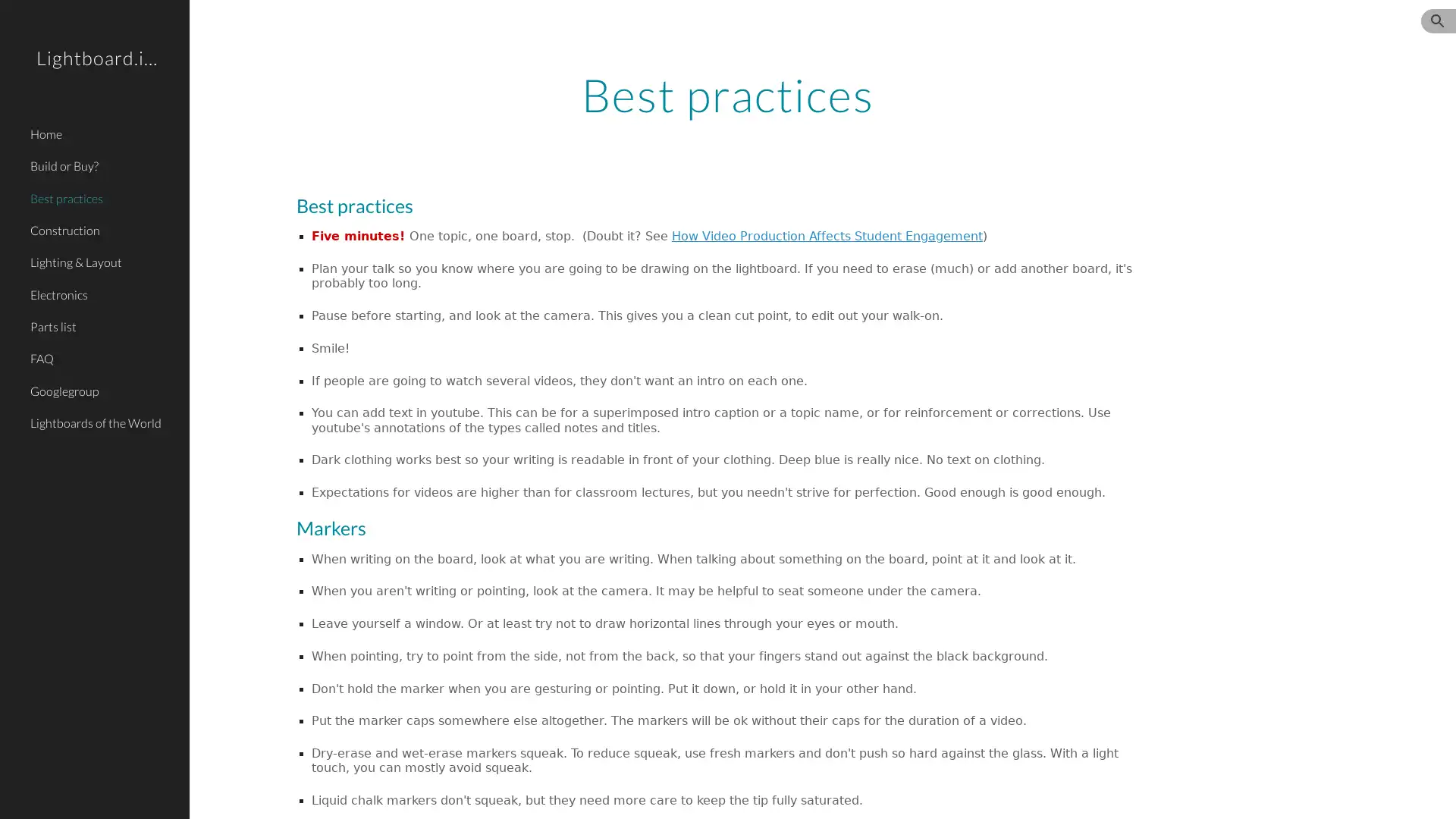 This screenshot has width=1456, height=819. I want to click on Copy heading link, so click(524, 205).